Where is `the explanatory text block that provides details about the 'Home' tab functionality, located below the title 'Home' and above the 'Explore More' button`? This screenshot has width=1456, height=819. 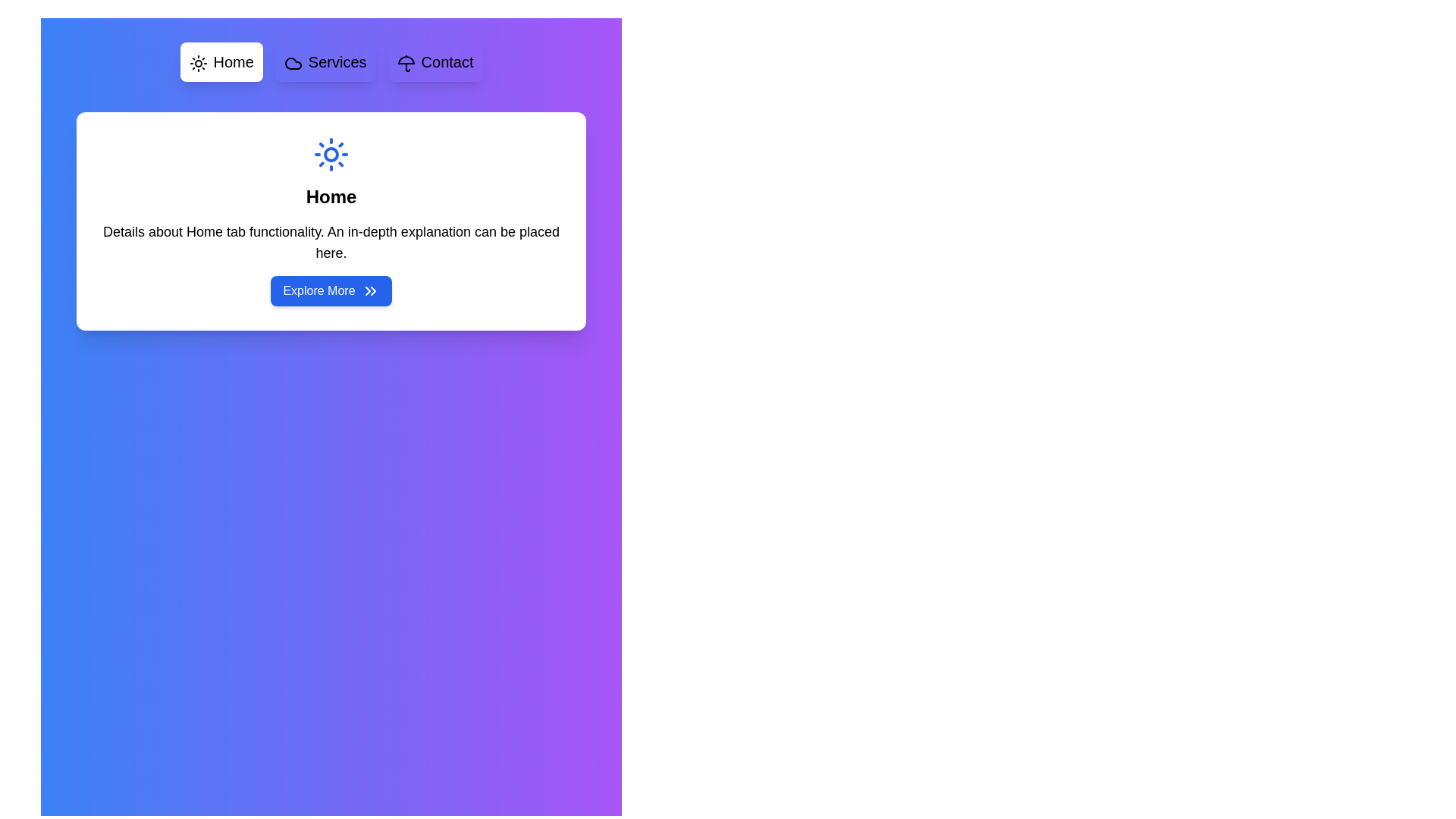
the explanatory text block that provides details about the 'Home' tab functionality, located below the title 'Home' and above the 'Explore More' button is located at coordinates (330, 242).